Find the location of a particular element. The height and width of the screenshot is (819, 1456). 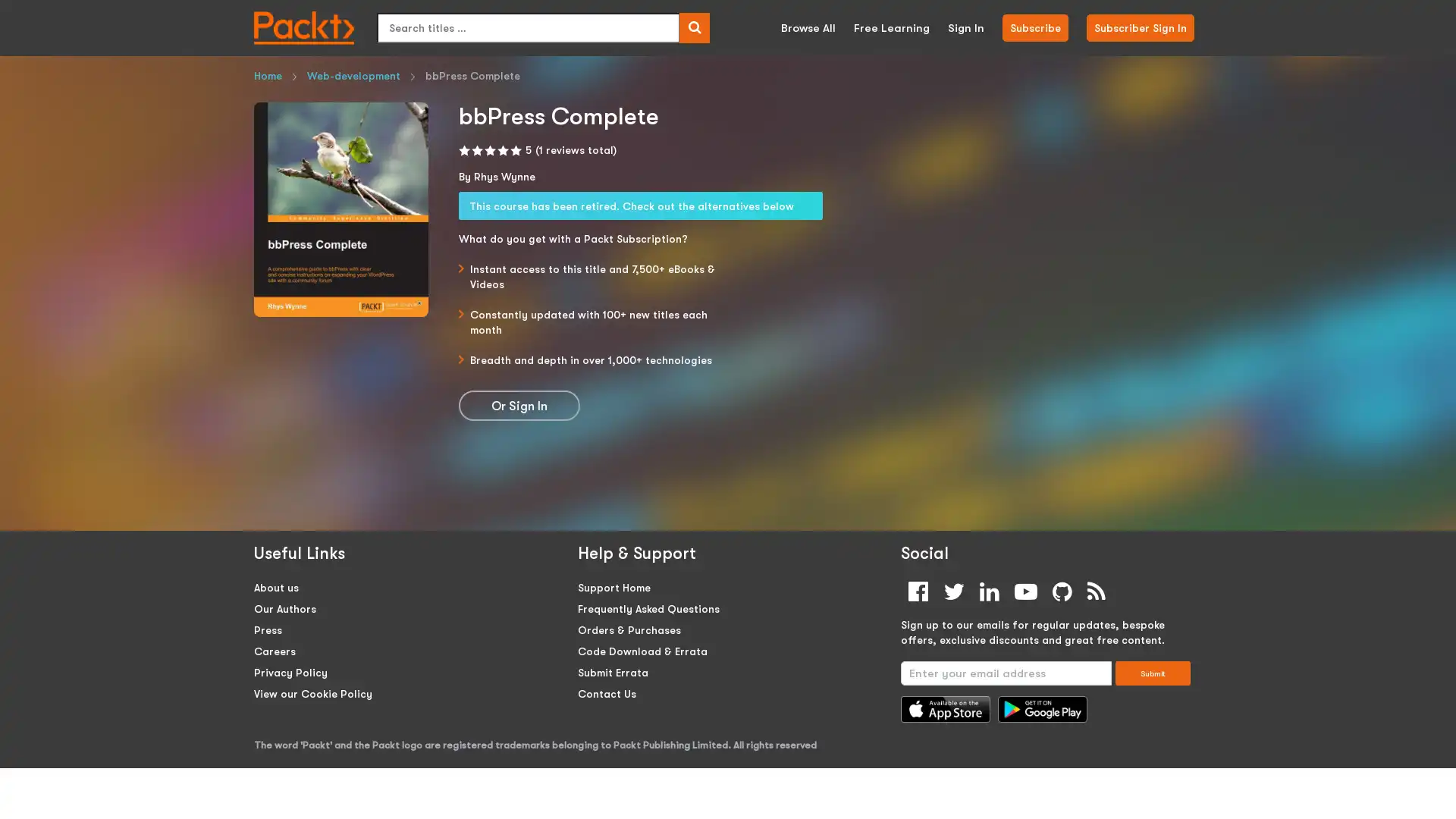

Submit is located at coordinates (1153, 672).